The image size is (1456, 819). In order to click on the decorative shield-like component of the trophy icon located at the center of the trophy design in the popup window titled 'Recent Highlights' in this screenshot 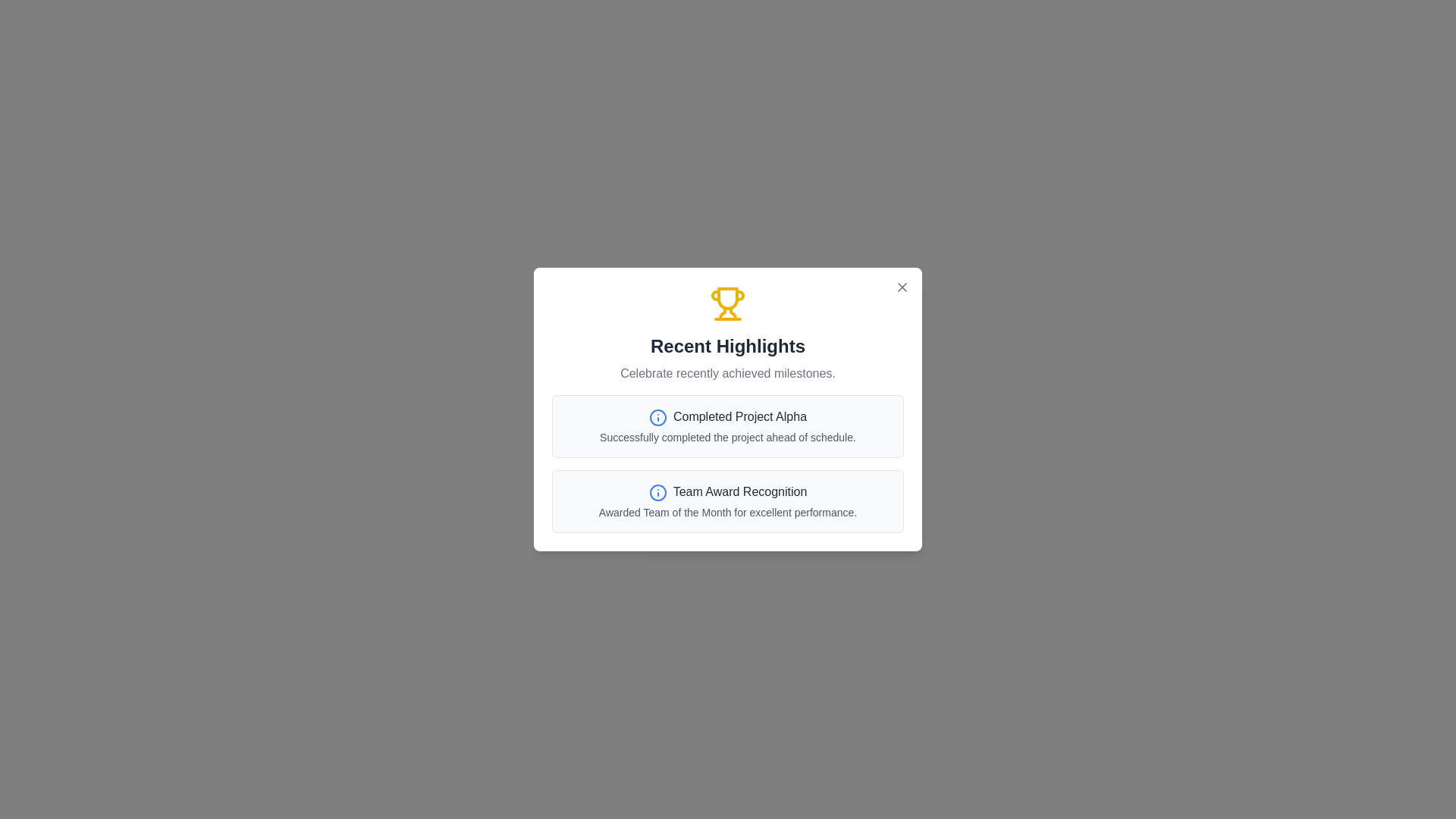, I will do `click(728, 298)`.